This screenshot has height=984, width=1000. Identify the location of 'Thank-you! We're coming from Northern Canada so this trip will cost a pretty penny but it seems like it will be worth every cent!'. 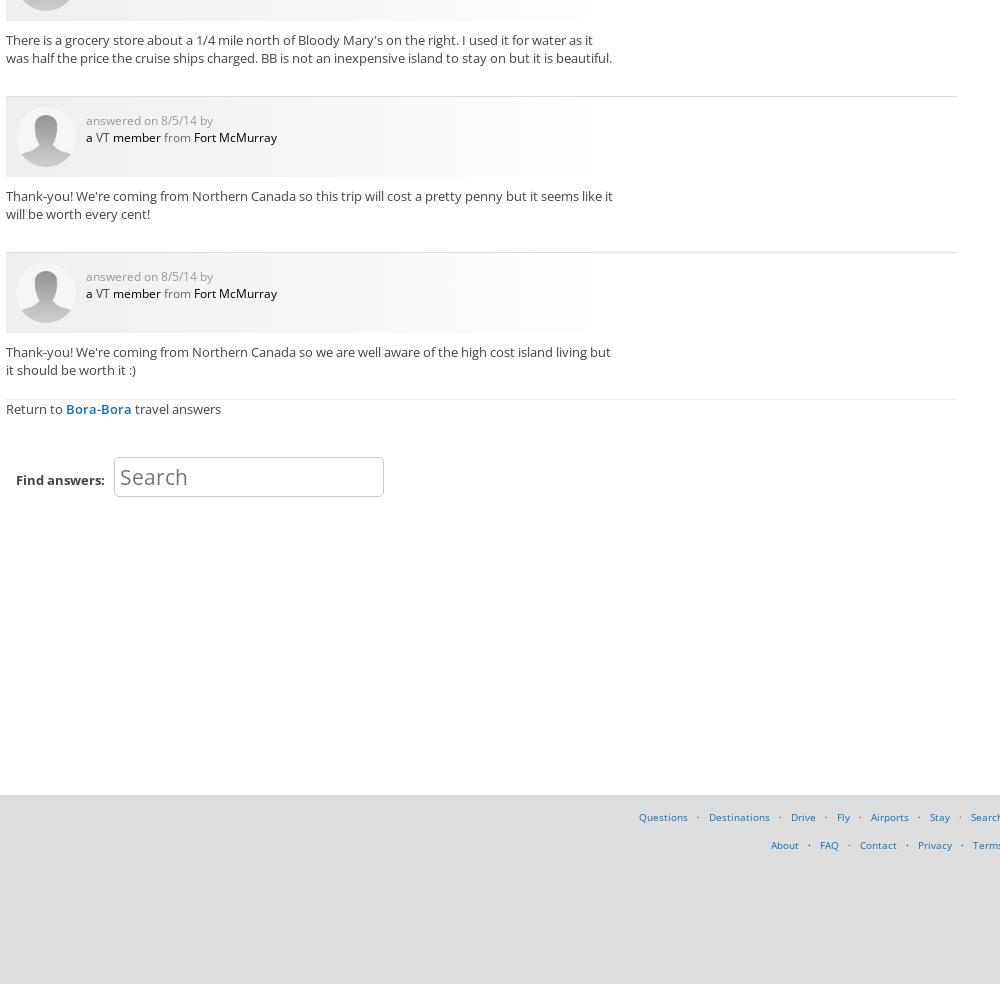
(309, 203).